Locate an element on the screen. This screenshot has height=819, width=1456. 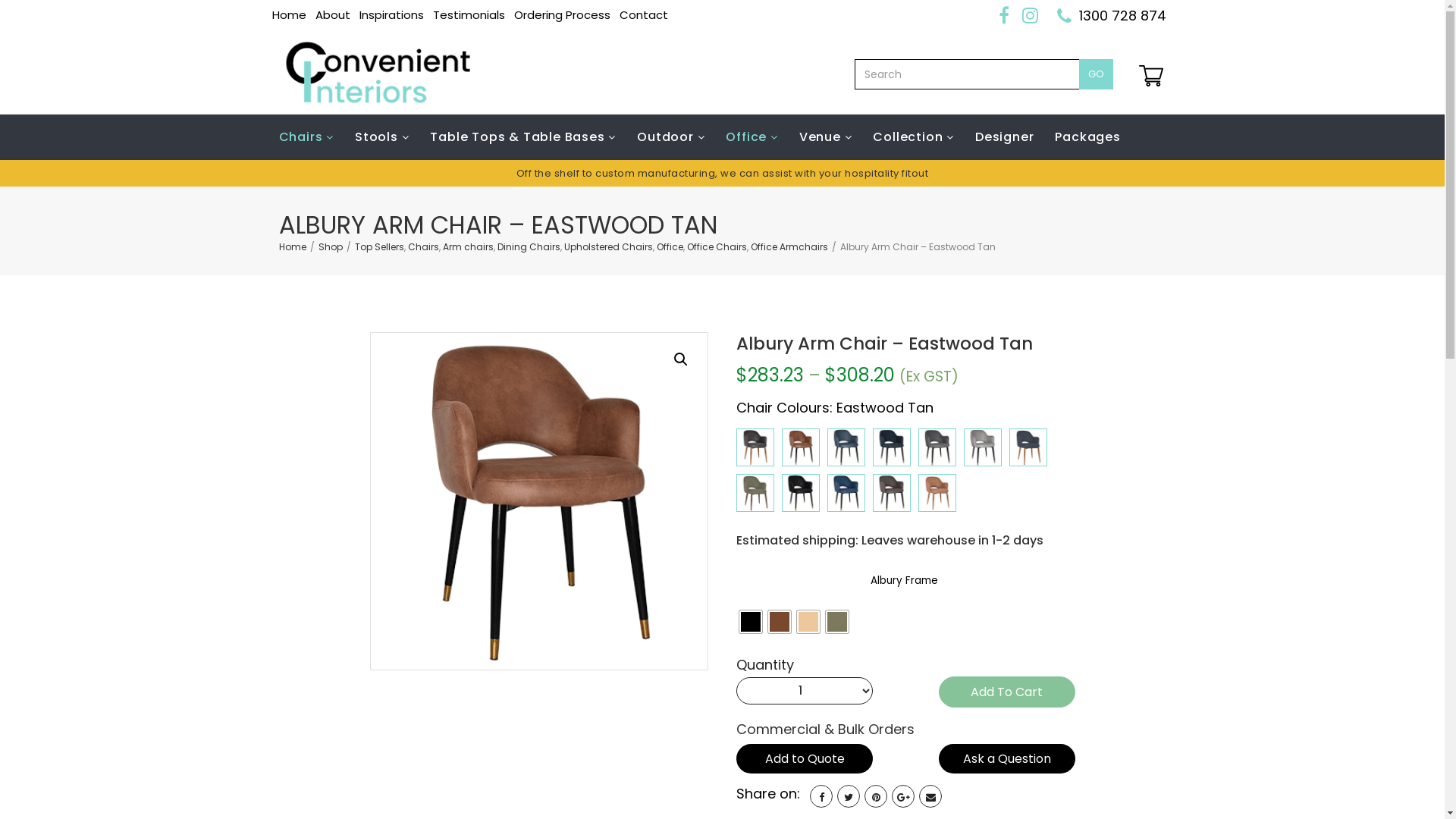
'Office Chairs' is located at coordinates (686, 246).